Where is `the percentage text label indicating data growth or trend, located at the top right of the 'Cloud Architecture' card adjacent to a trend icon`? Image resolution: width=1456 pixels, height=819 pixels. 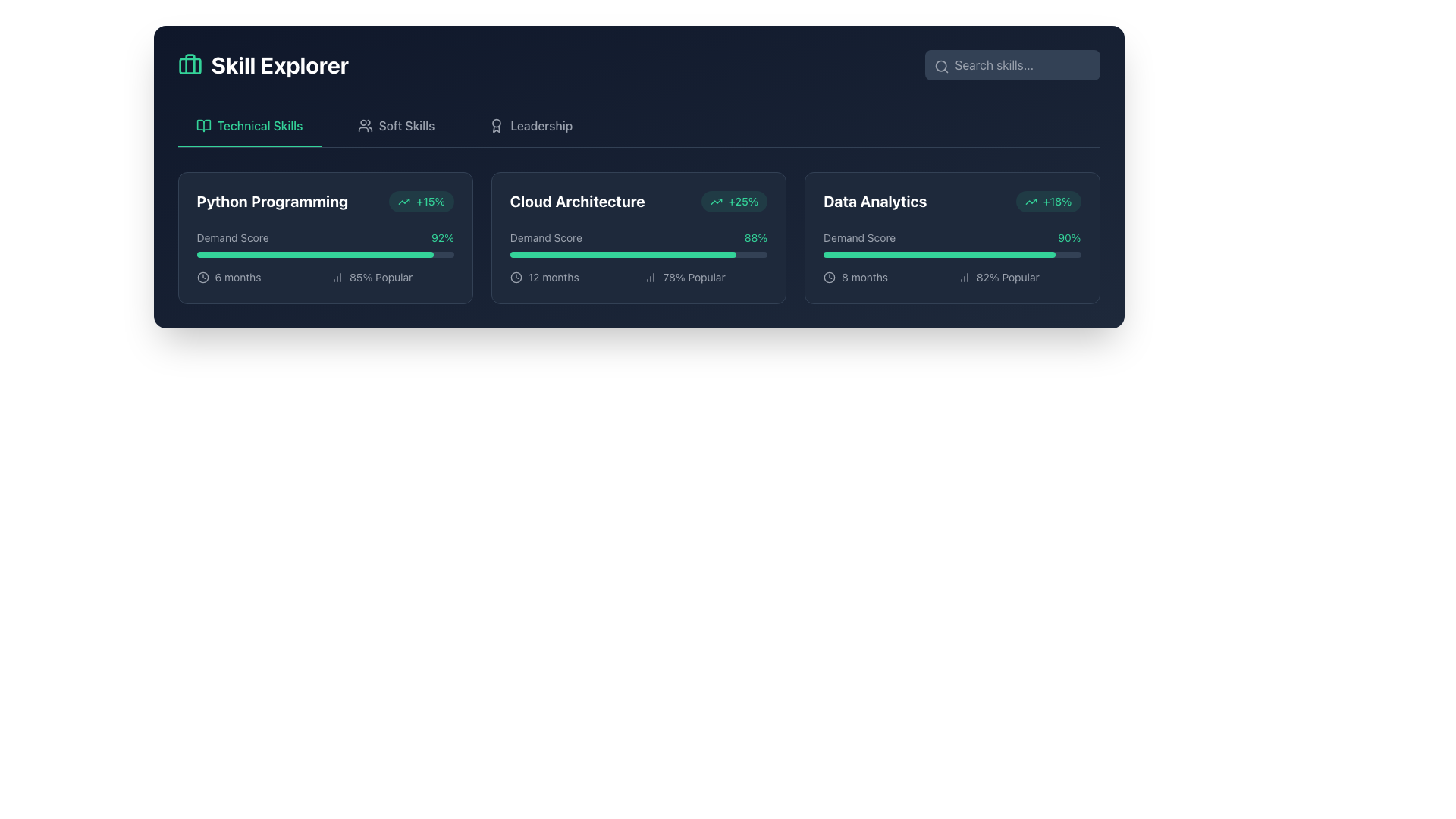
the percentage text label indicating data growth or trend, located at the top right of the 'Cloud Architecture' card adjacent to a trend icon is located at coordinates (743, 201).